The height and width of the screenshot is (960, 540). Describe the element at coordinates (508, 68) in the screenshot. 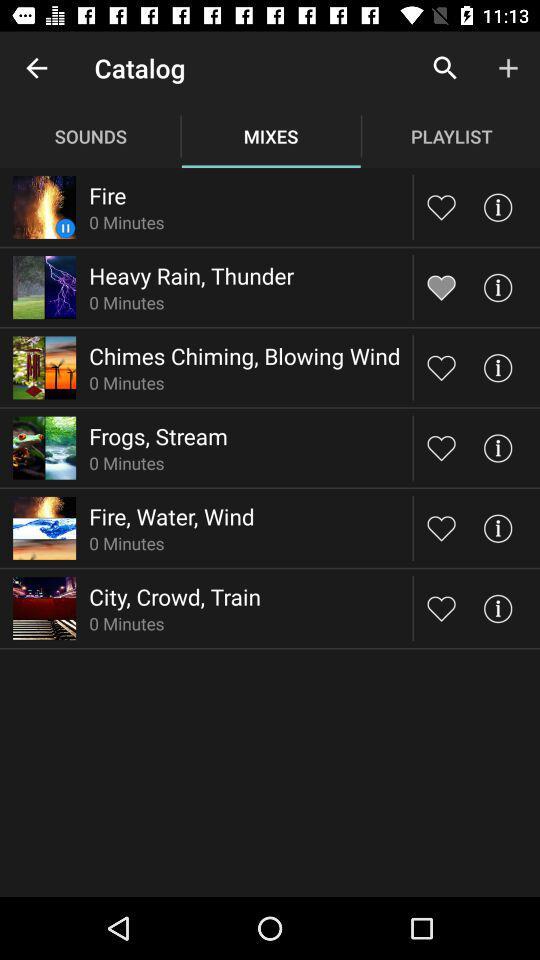

I see `icon above playlist icon` at that location.